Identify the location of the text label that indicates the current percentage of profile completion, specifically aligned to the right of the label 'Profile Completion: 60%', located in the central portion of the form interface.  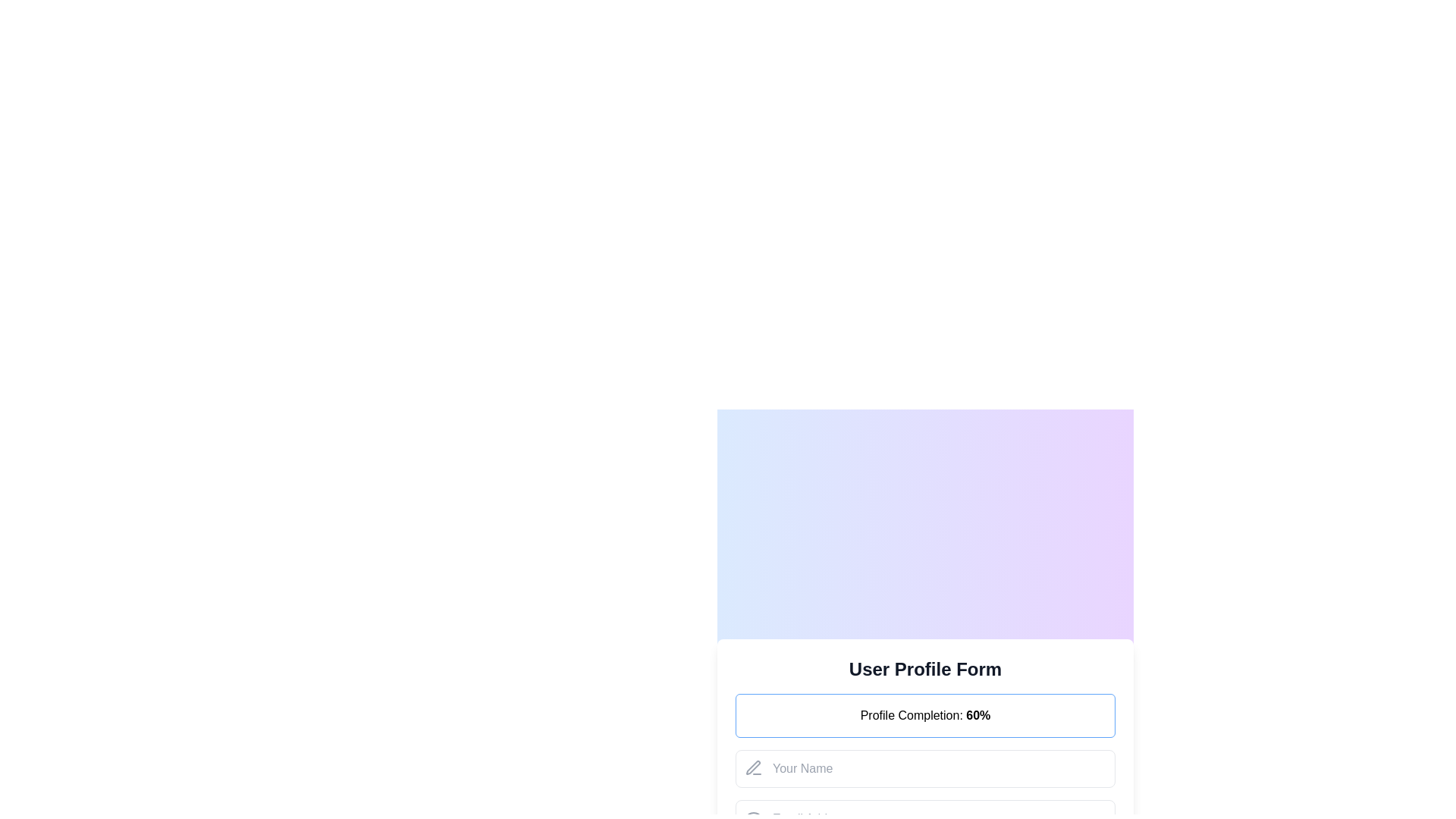
(978, 714).